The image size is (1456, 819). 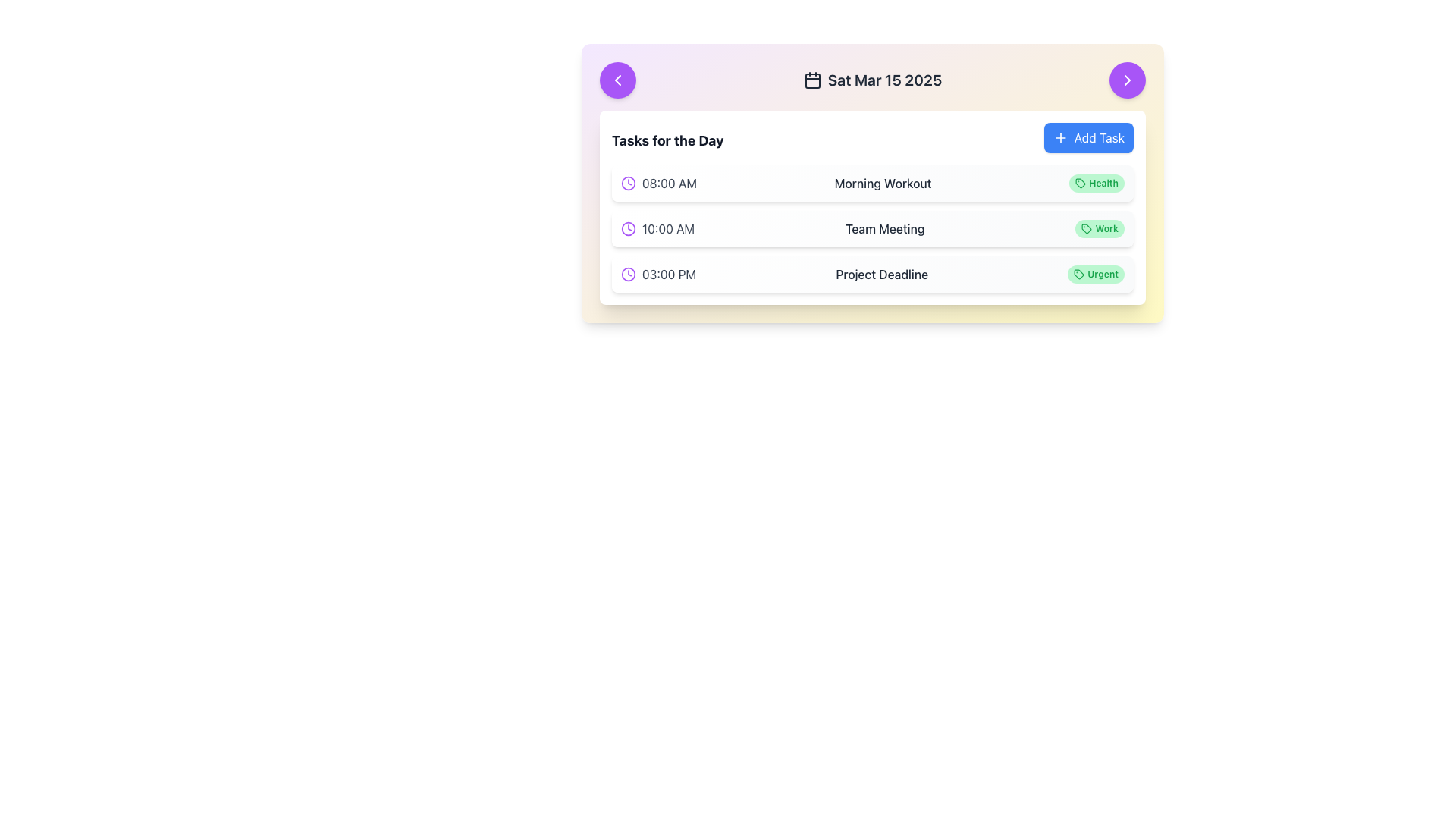 I want to click on the text label displaying '08:00 AM' that indicates the task start time in the time scheduling interface, so click(x=669, y=183).